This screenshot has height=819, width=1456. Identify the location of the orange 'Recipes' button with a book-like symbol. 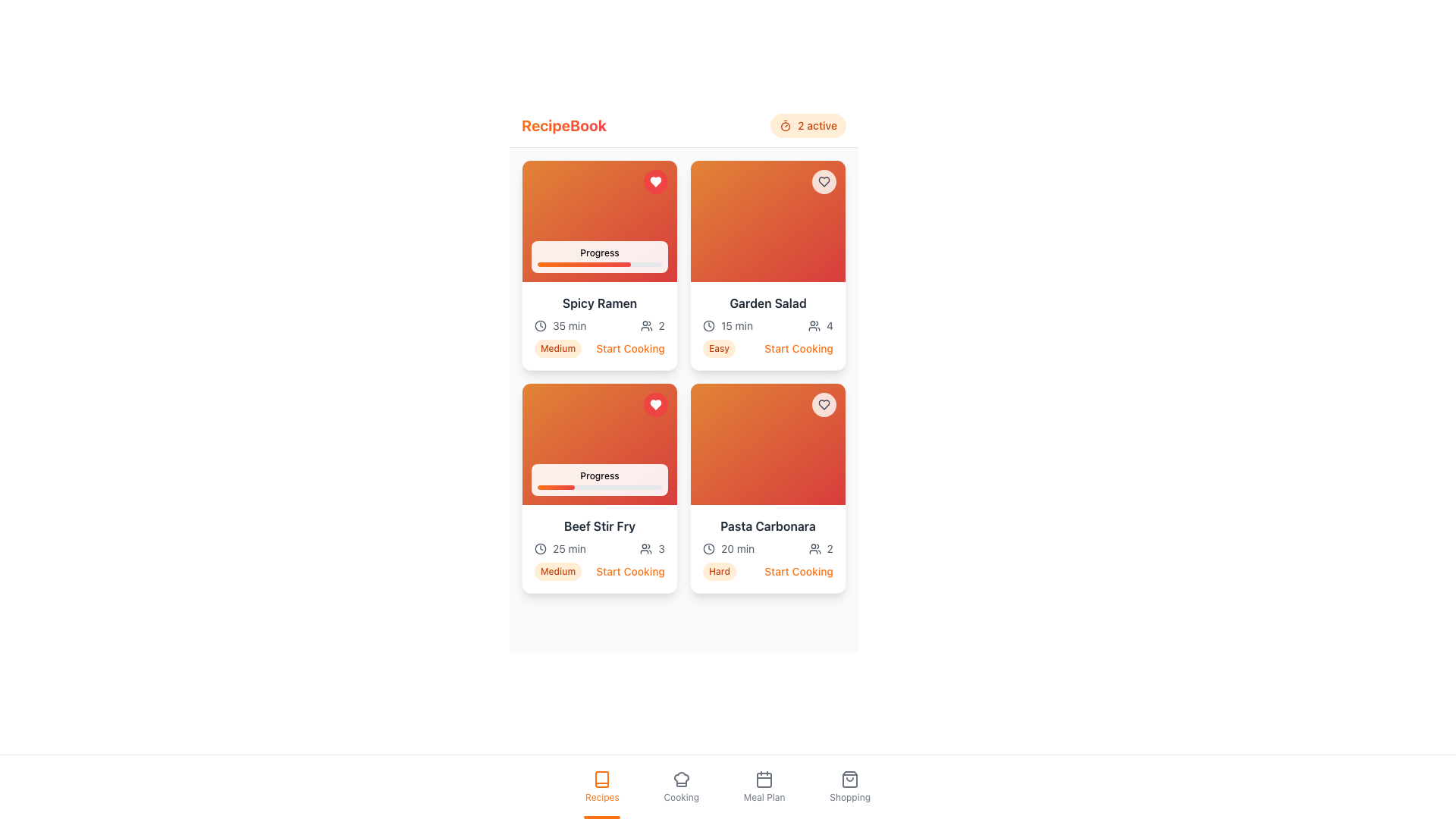
(601, 786).